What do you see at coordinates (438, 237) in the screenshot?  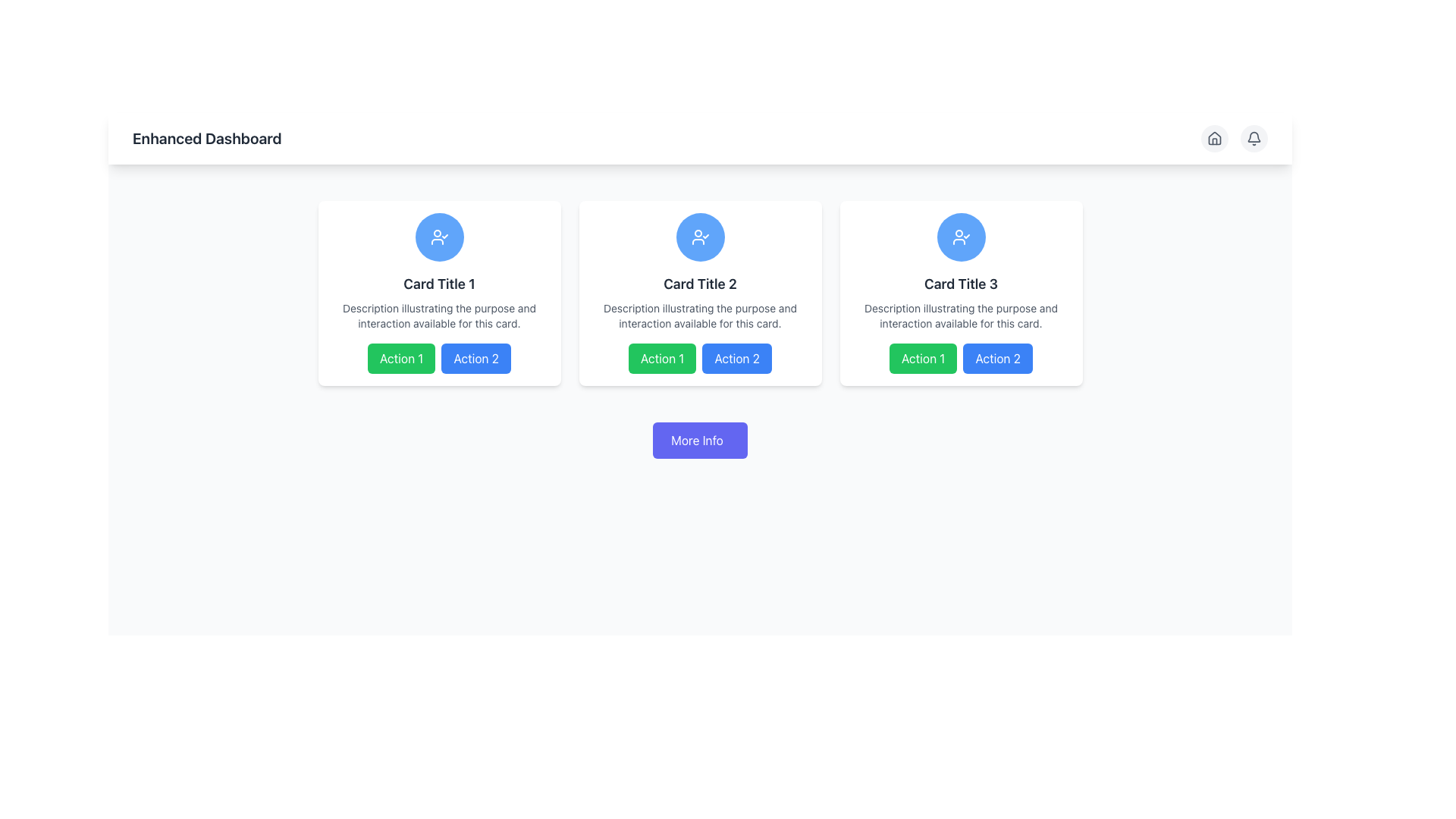 I see `the icon representing 'Card Title 1', which is located at the top center of the card above the title and description` at bounding box center [438, 237].